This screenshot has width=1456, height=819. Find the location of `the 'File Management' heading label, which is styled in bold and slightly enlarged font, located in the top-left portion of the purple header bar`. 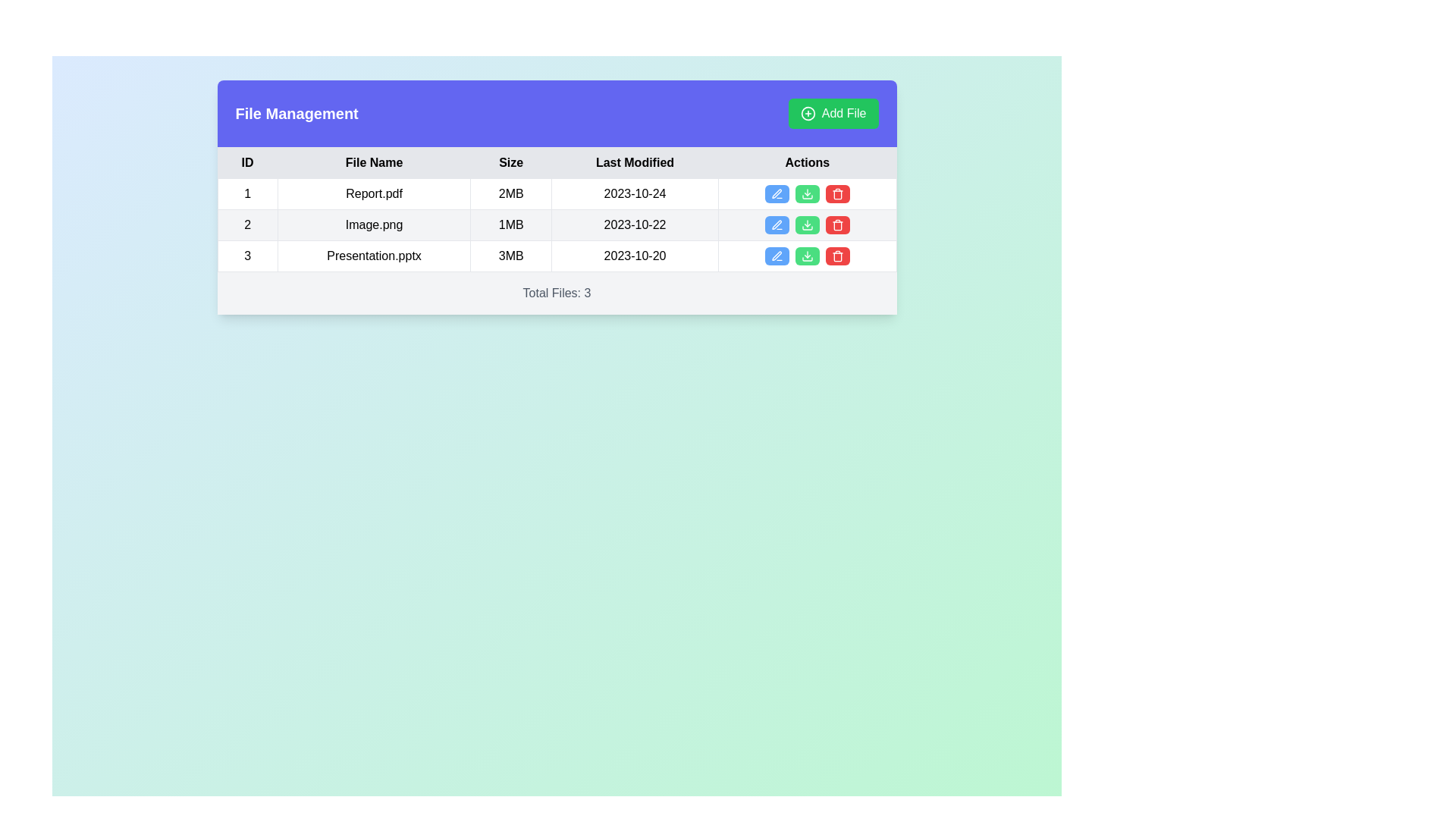

the 'File Management' heading label, which is styled in bold and slightly enlarged font, located in the top-left portion of the purple header bar is located at coordinates (297, 113).